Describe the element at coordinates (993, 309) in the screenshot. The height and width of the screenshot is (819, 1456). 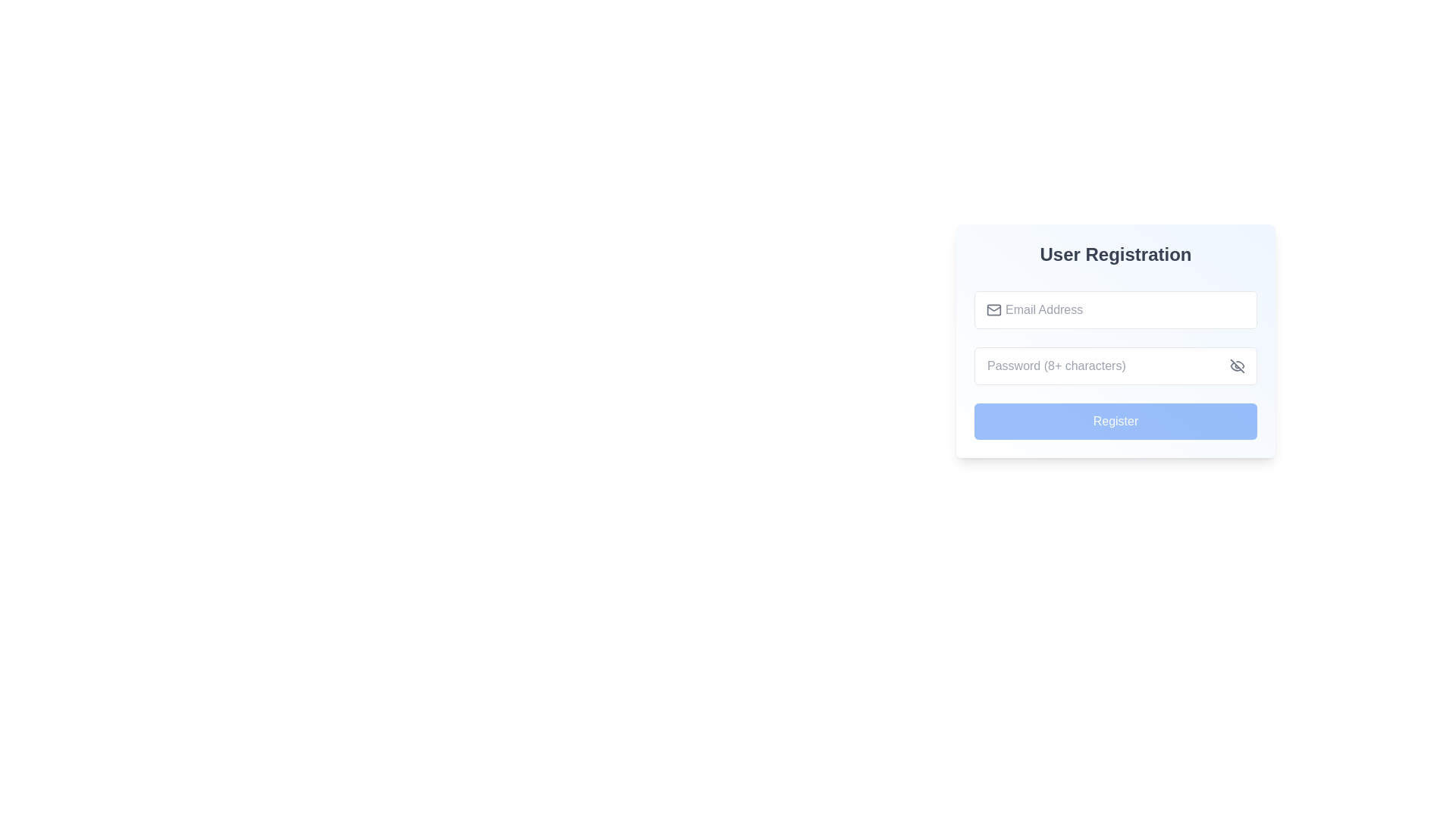
I see `the decorative email icon located to the left of the email input field in the 'User Registration' form, which provides a visual cue for the input box` at that location.